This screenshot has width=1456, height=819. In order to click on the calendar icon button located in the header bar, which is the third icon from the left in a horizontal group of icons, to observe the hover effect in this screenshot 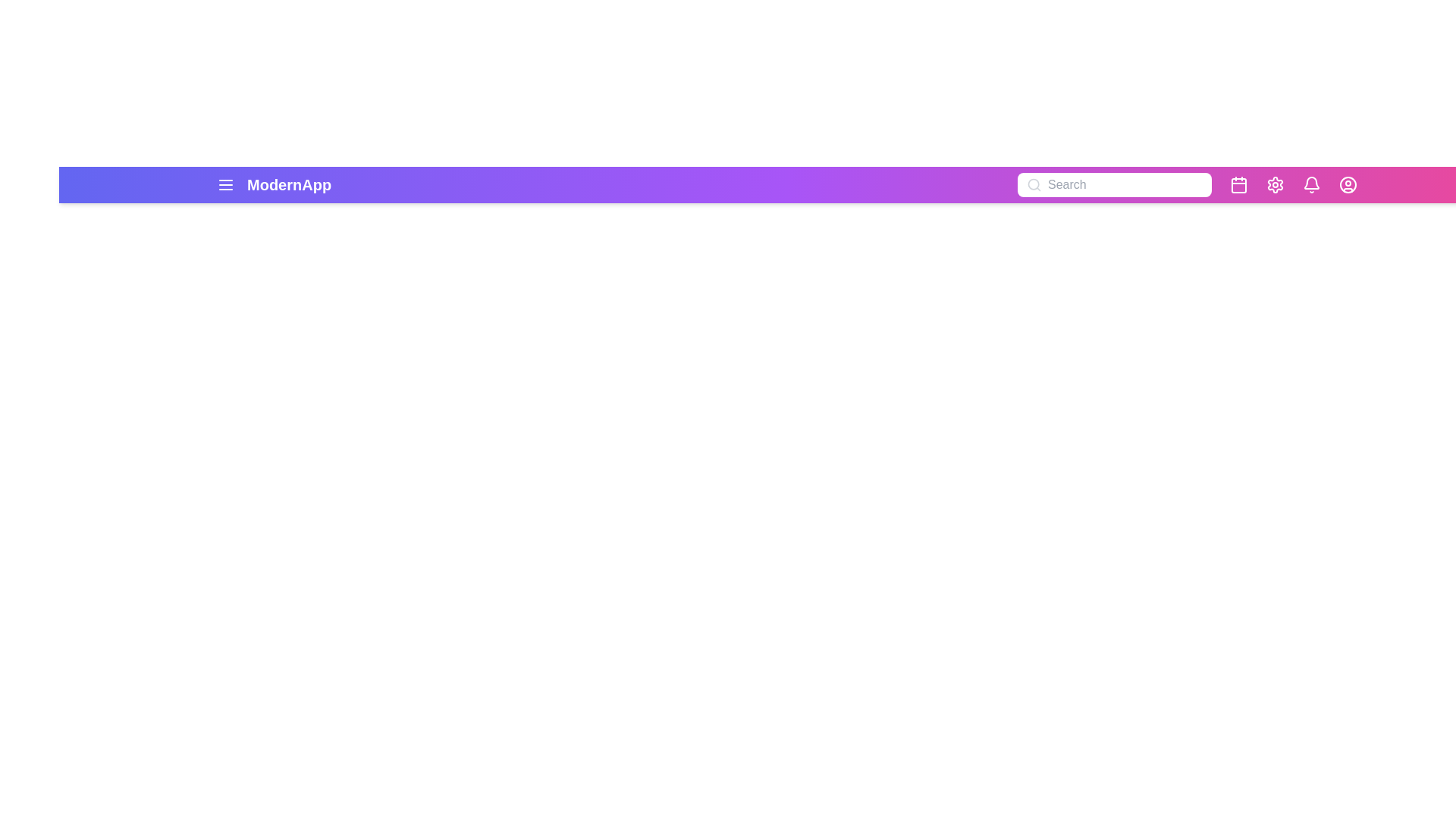, I will do `click(1238, 184)`.